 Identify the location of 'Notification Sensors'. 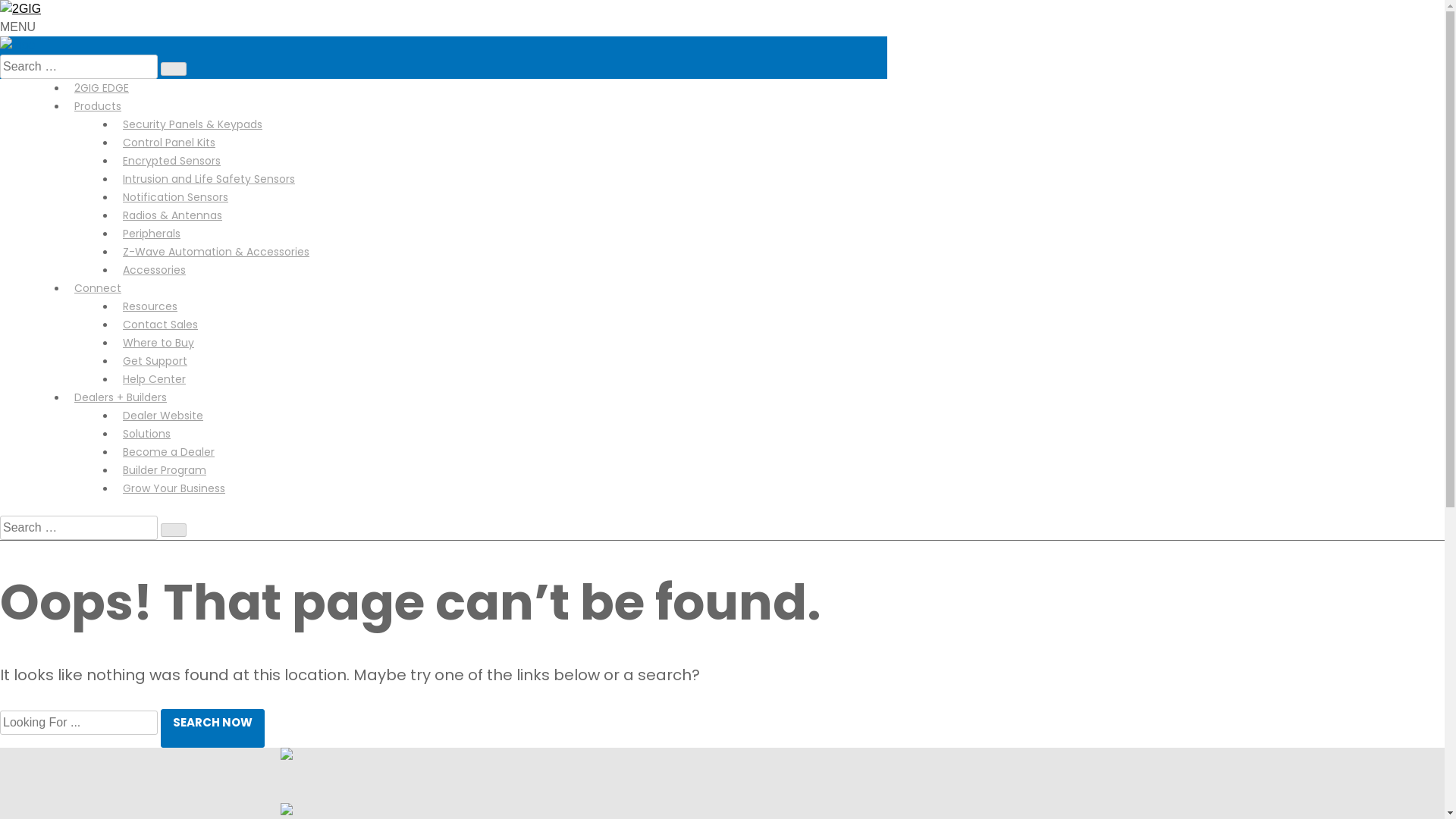
(175, 196).